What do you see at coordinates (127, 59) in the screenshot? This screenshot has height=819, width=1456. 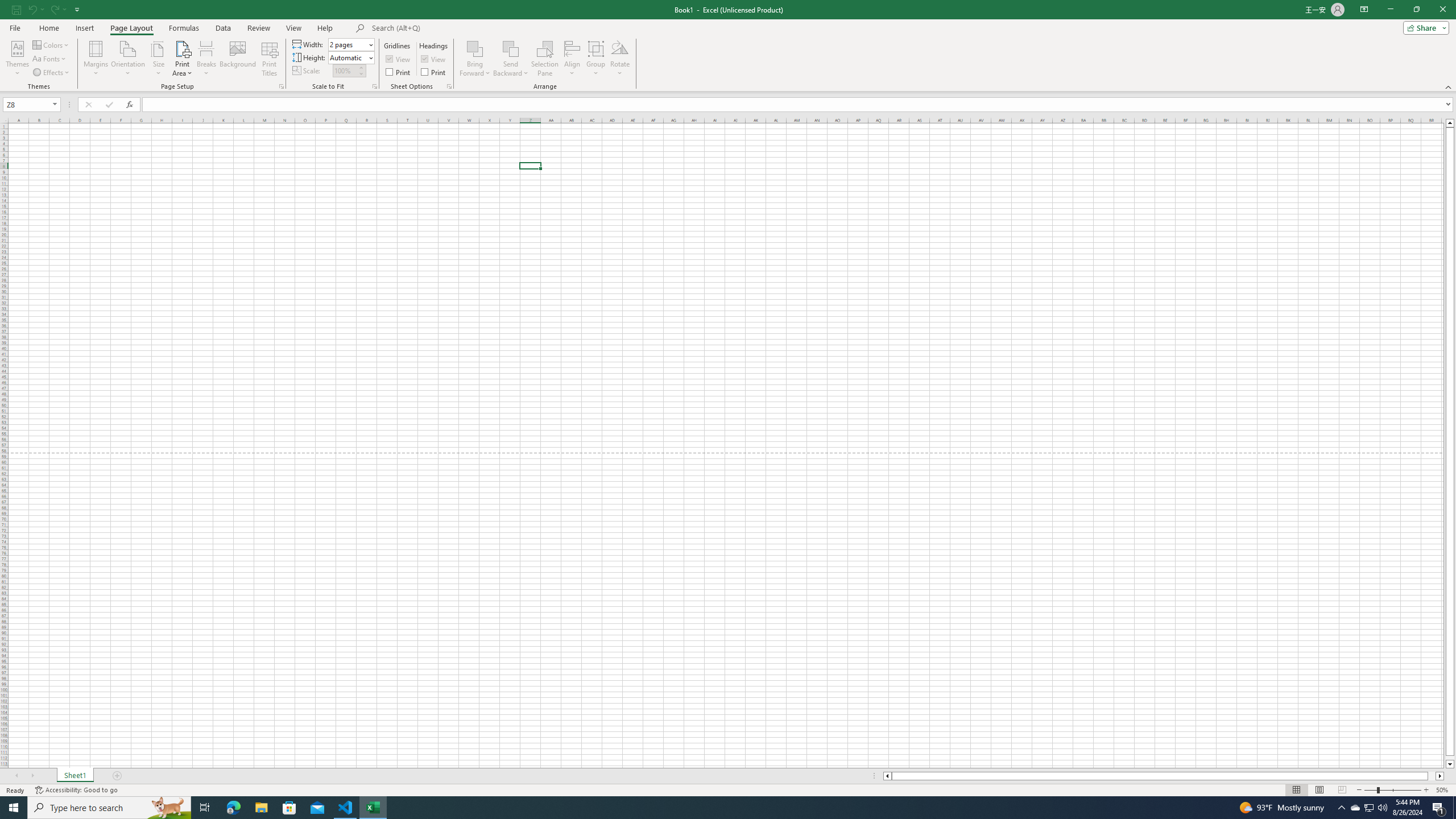 I see `'Orientation'` at bounding box center [127, 59].